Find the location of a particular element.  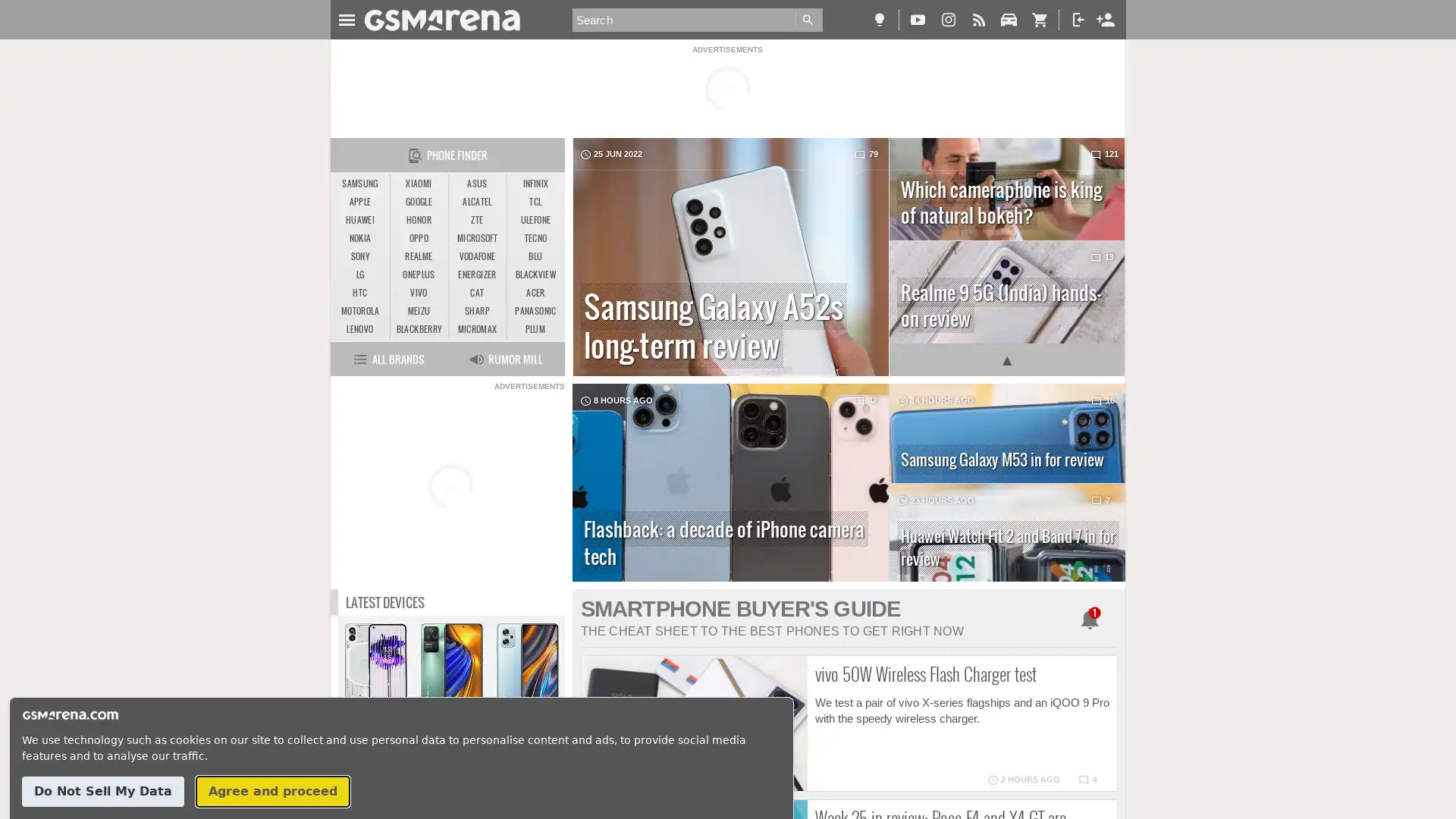

Do Not Sell My Data is located at coordinates (102, 791).